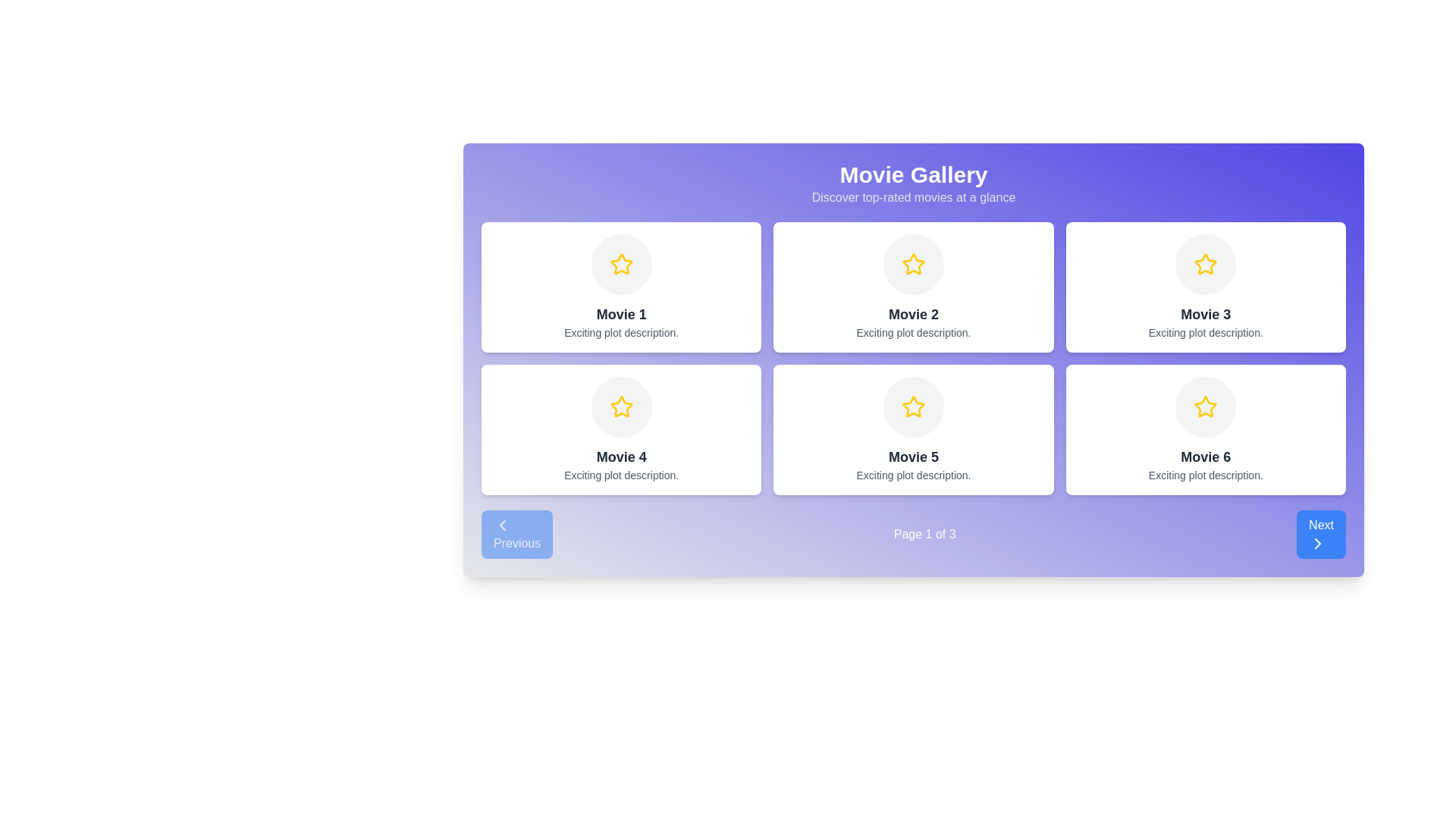  Describe the element at coordinates (621, 475) in the screenshot. I see `the text snippet reading 'Exciting plot description' styled in gray color, located beneath 'Movie 4' within the card layout` at that location.